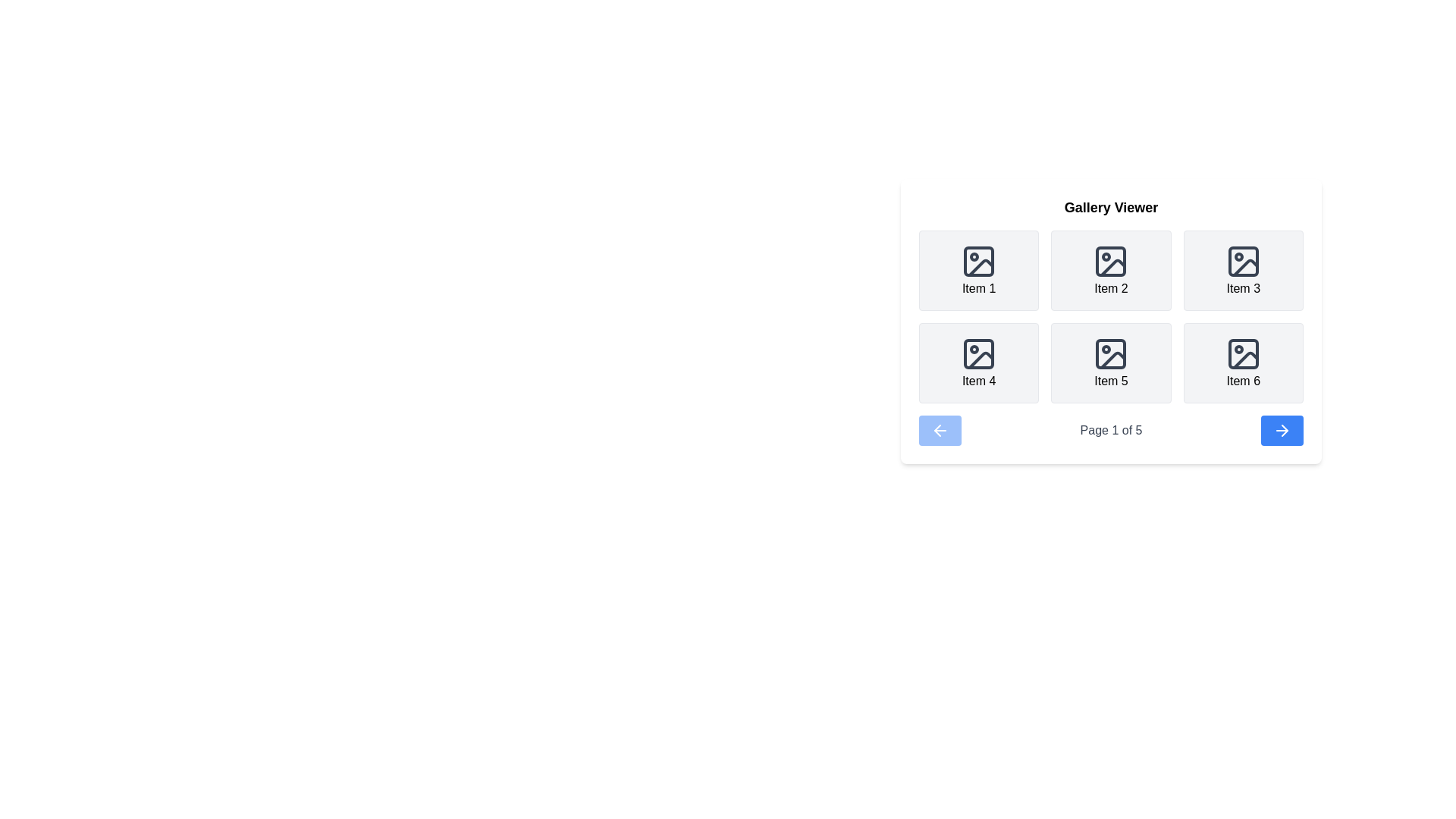  What do you see at coordinates (979, 260) in the screenshot?
I see `the decorative rectangle with rounded corners located in the upper-left corner of the grid in the gallery viewer interface` at bounding box center [979, 260].